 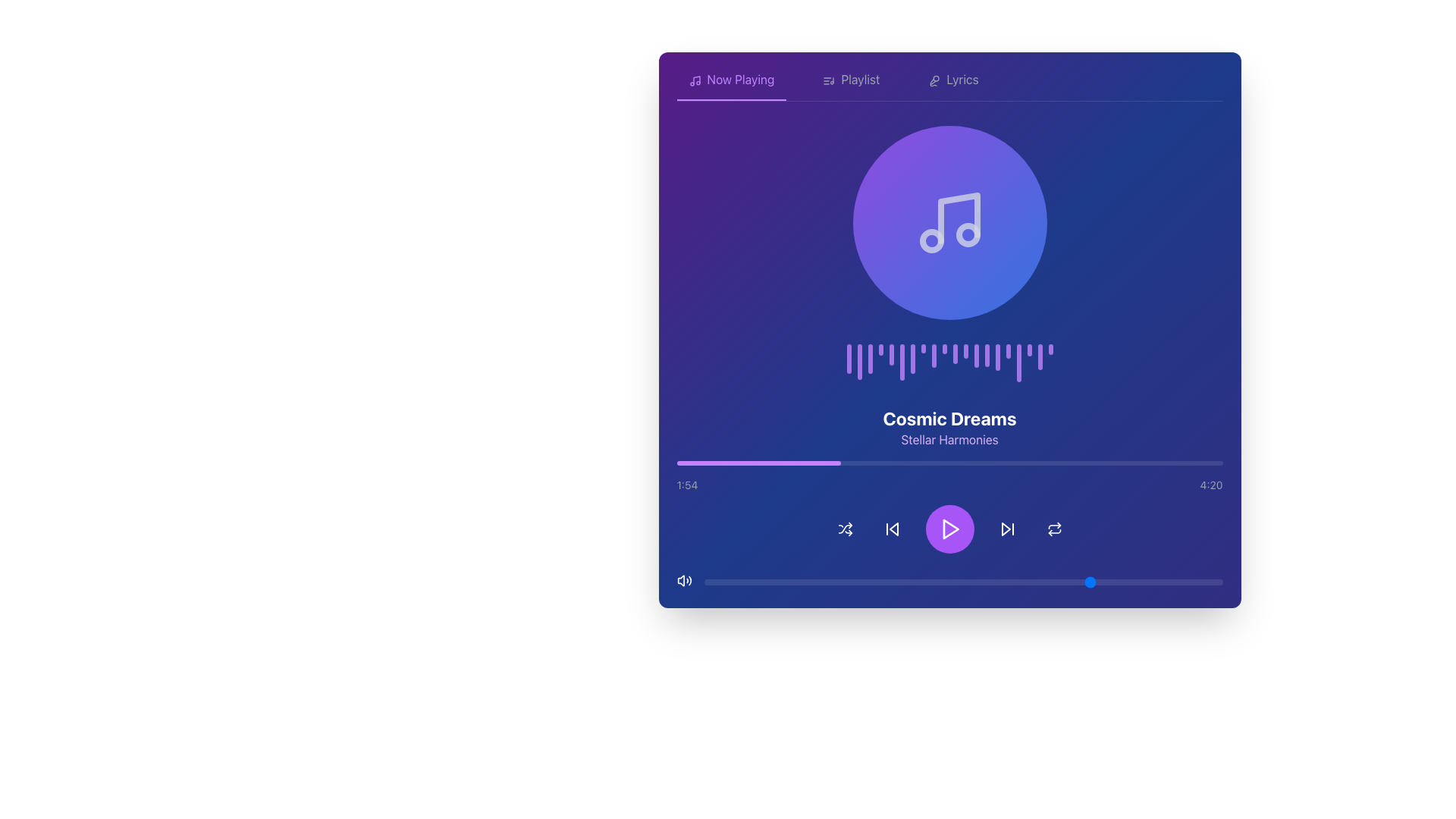 What do you see at coordinates (1005, 581) in the screenshot?
I see `the slider` at bounding box center [1005, 581].